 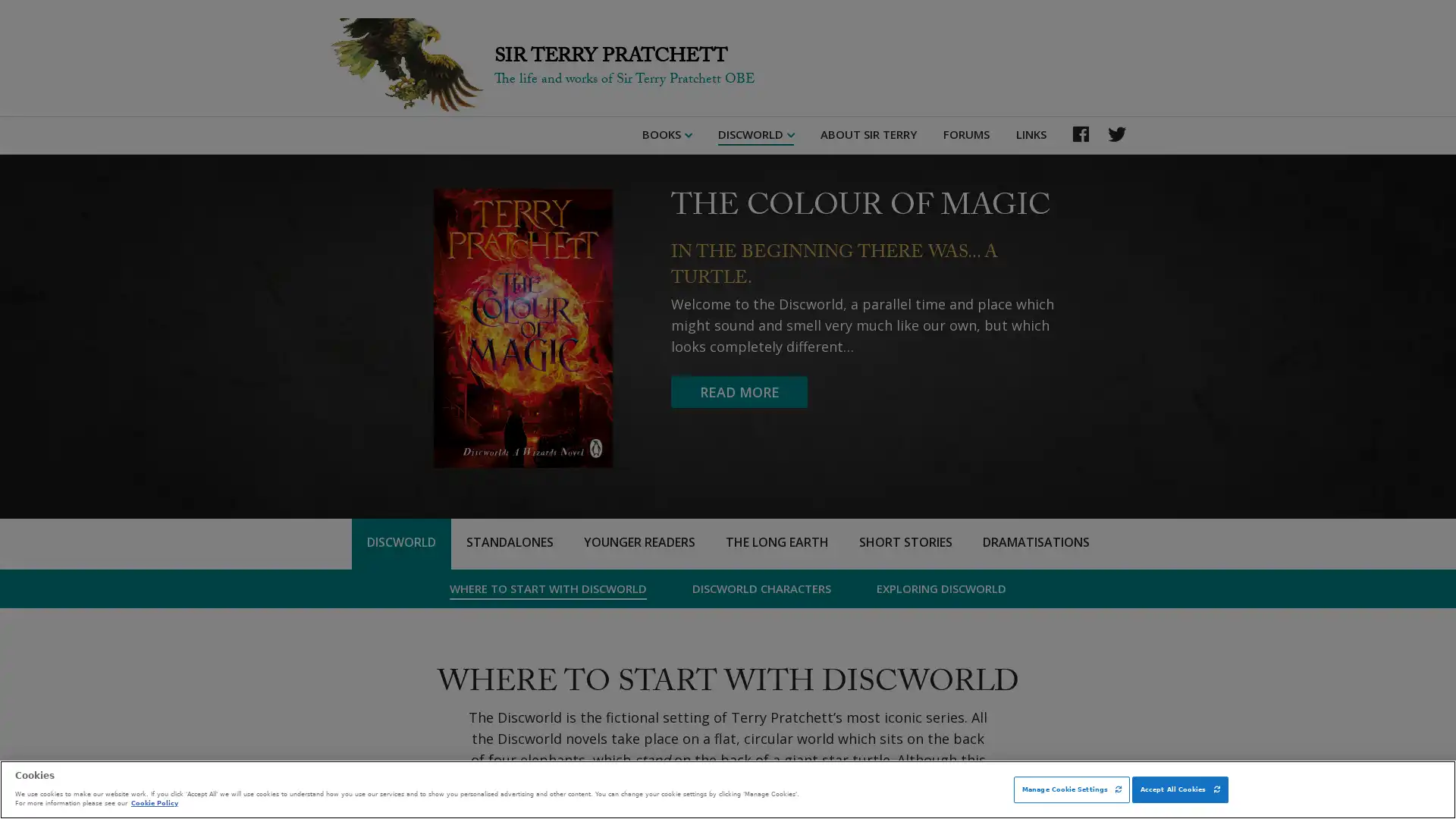 What do you see at coordinates (739, 391) in the screenshot?
I see `READ MORE` at bounding box center [739, 391].